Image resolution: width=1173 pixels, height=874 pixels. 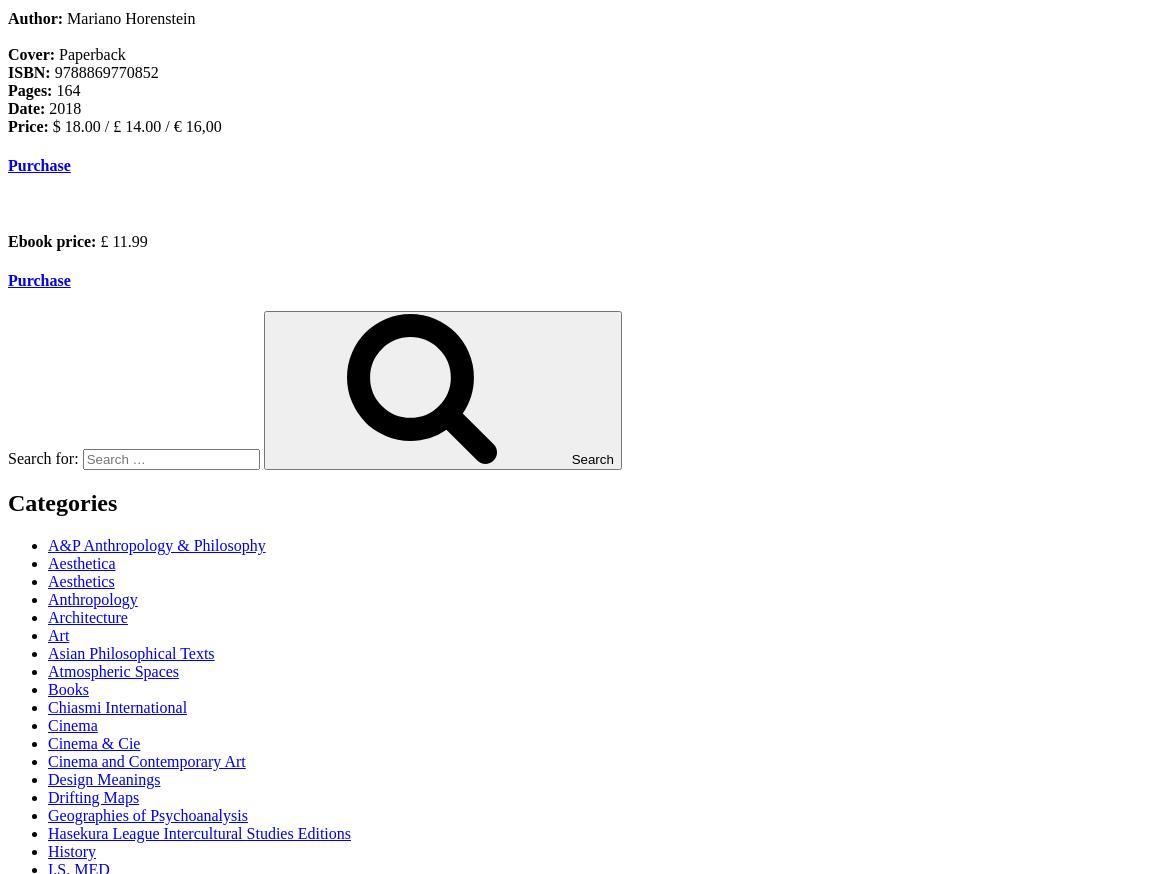 I want to click on 'Search for:', so click(x=43, y=457).